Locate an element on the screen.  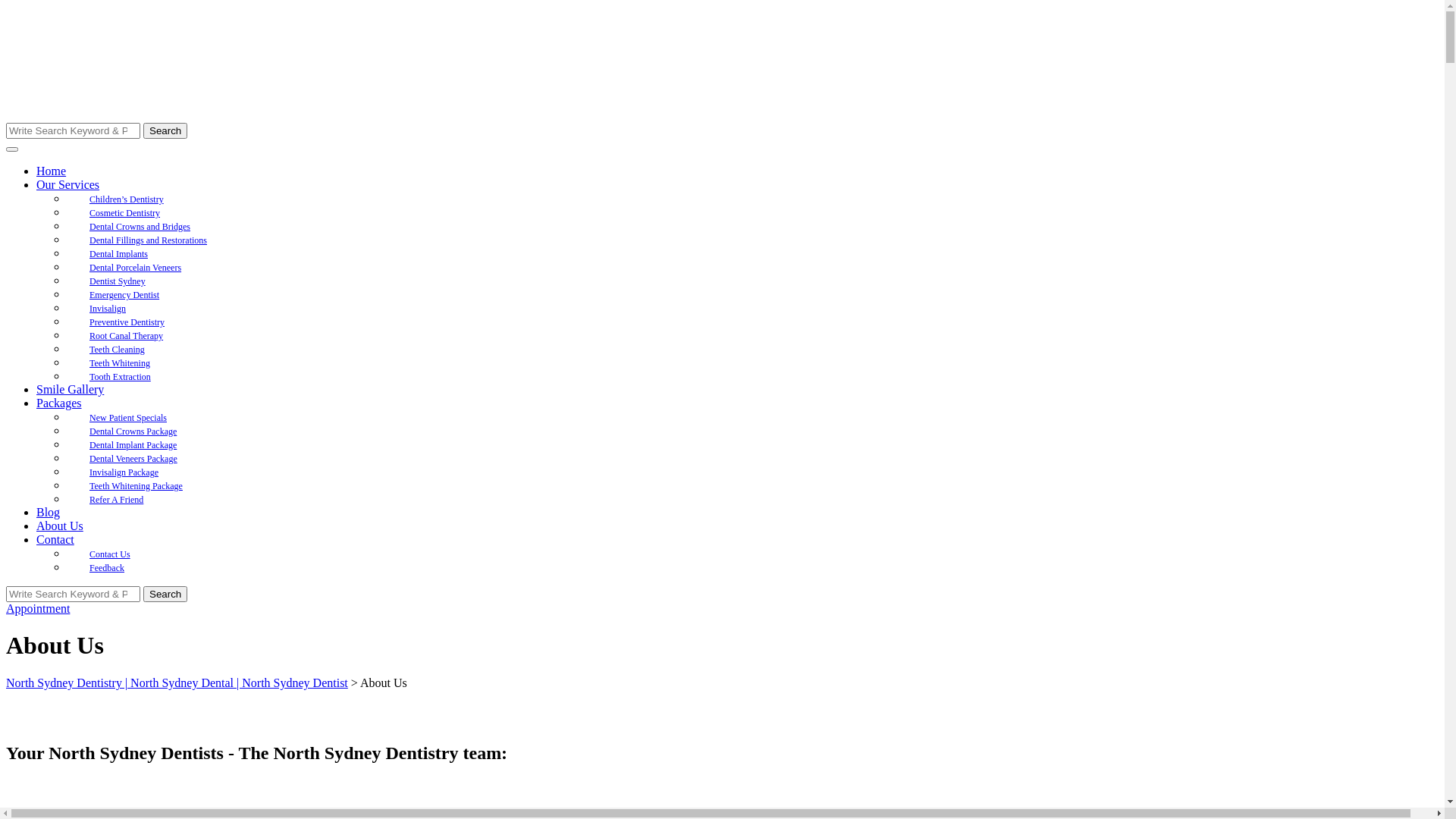
'Dental Implants' is located at coordinates (118, 253).